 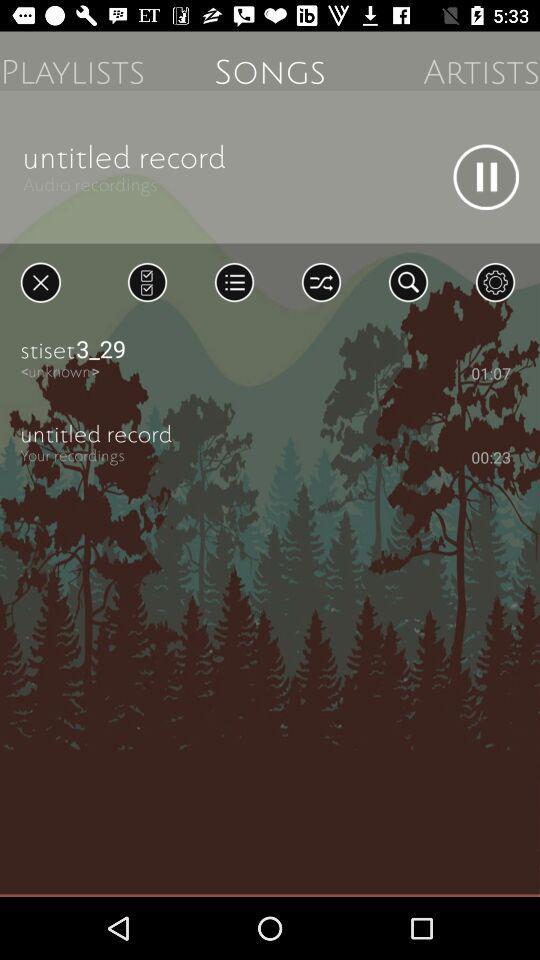 What do you see at coordinates (494, 281) in the screenshot?
I see `see additional settings` at bounding box center [494, 281].